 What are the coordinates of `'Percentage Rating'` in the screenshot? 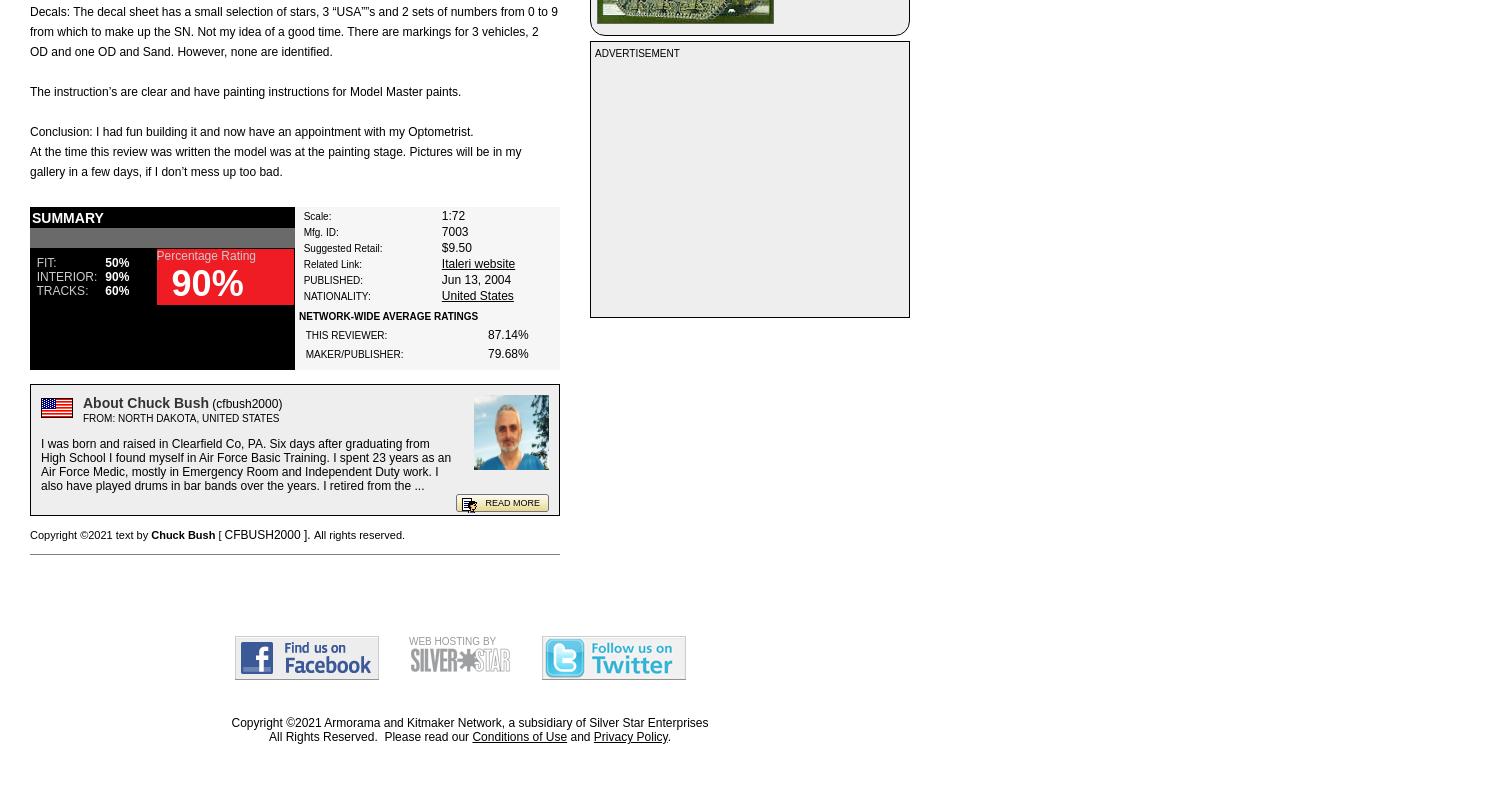 It's located at (204, 254).